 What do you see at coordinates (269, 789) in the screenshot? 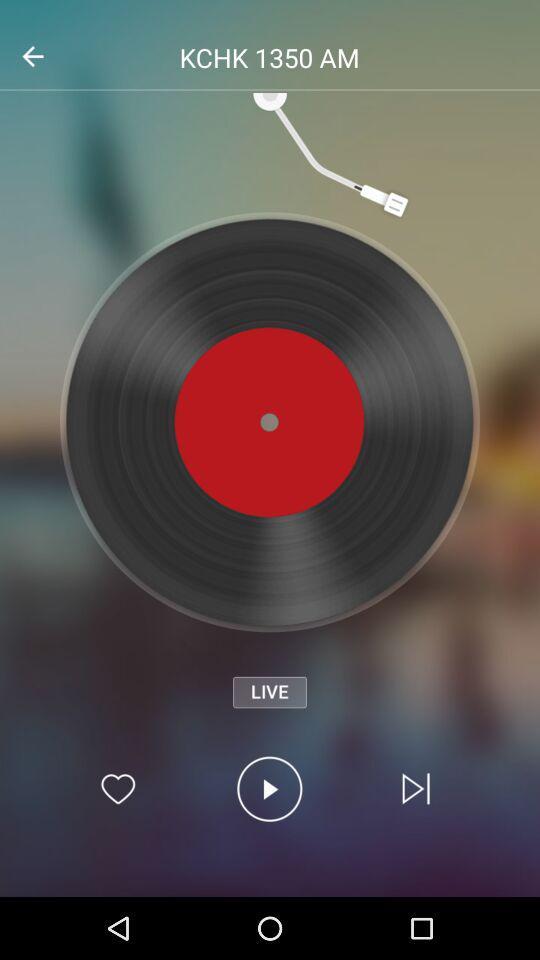
I see `the play icon` at bounding box center [269, 789].